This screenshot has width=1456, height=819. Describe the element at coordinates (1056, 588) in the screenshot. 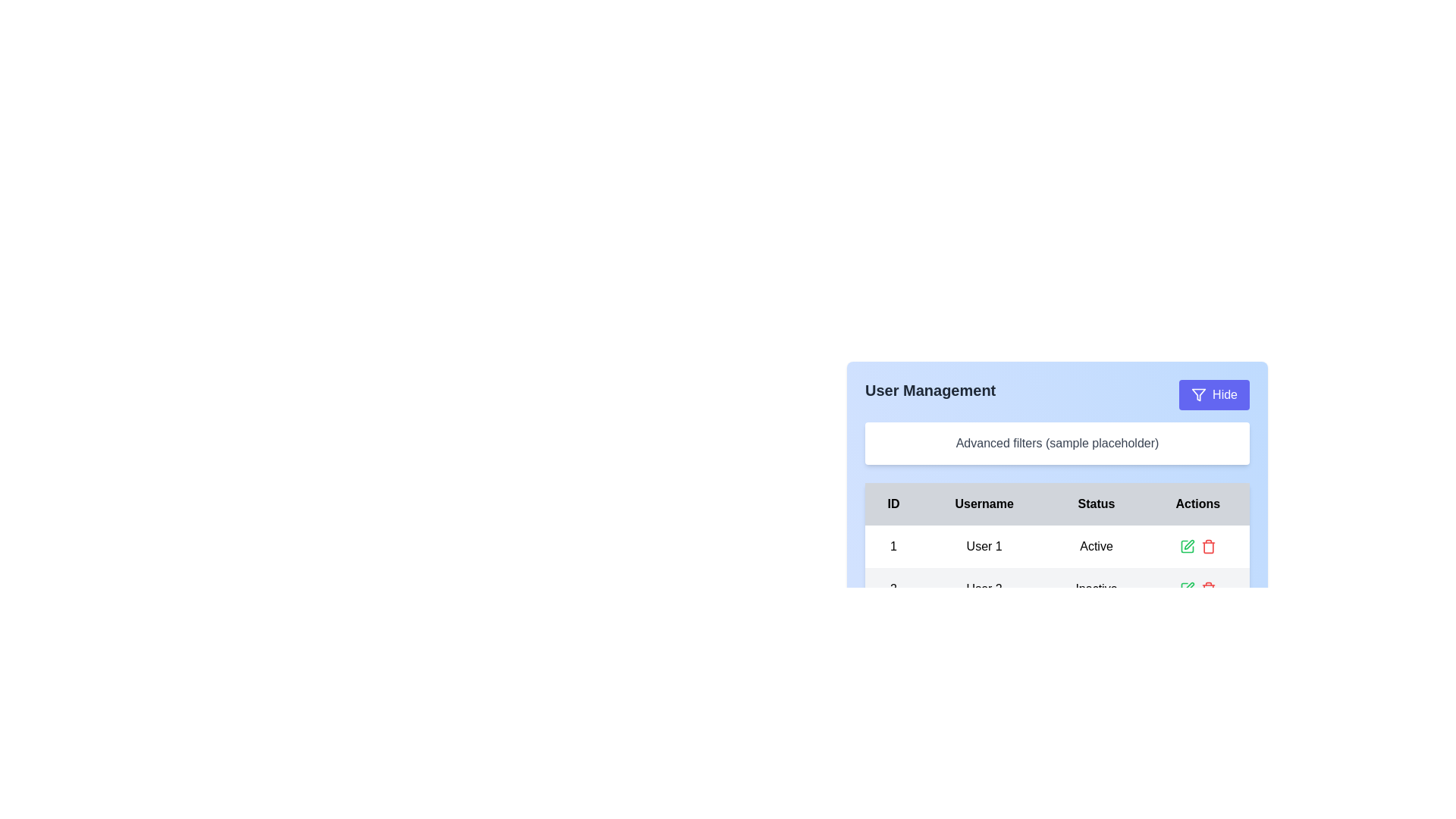

I see `the Username column of the Table Row element, which contains the value 'User 2'` at that location.